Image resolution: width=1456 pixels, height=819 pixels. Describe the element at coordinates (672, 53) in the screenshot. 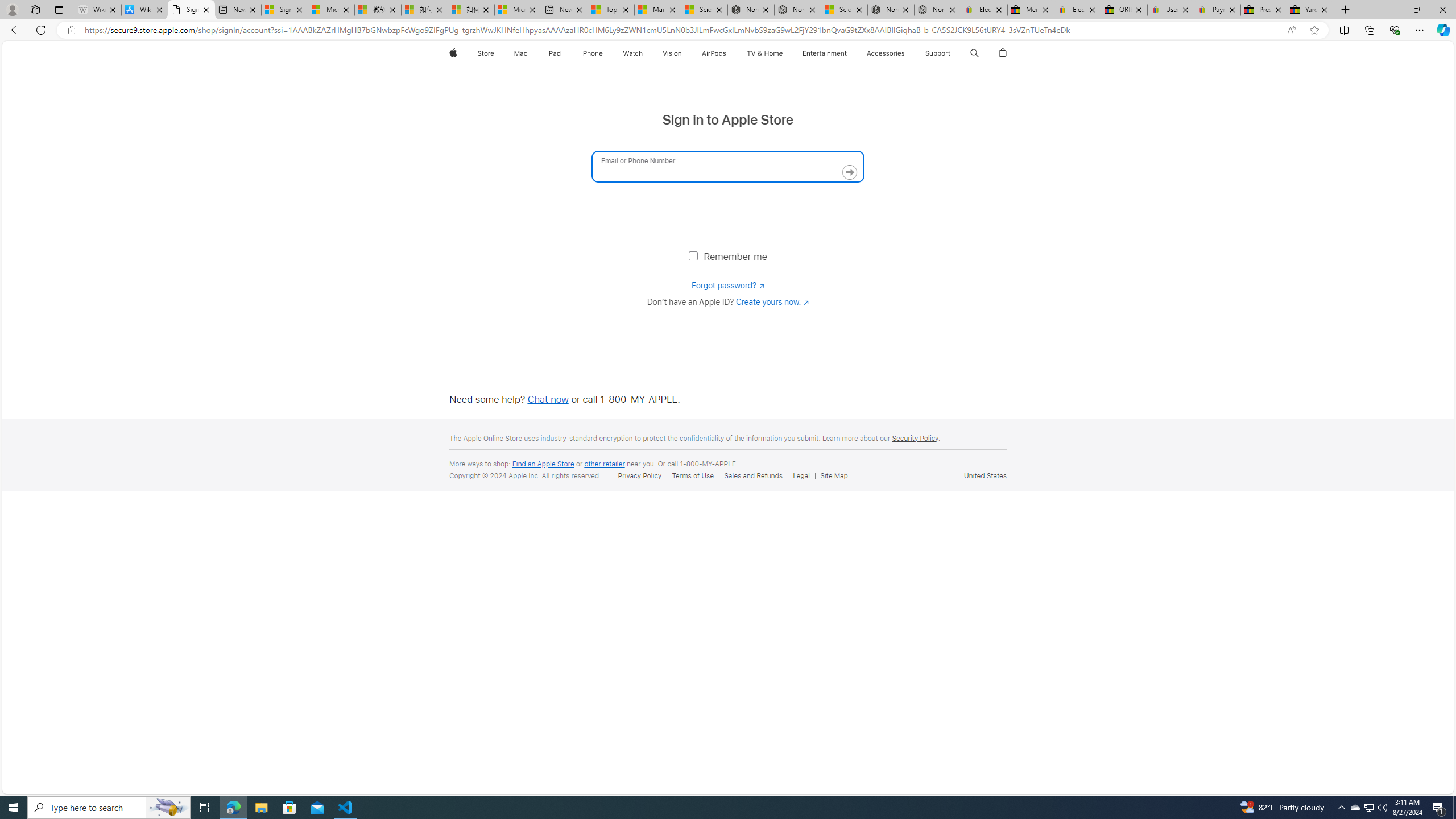

I see `'Vision'` at that location.